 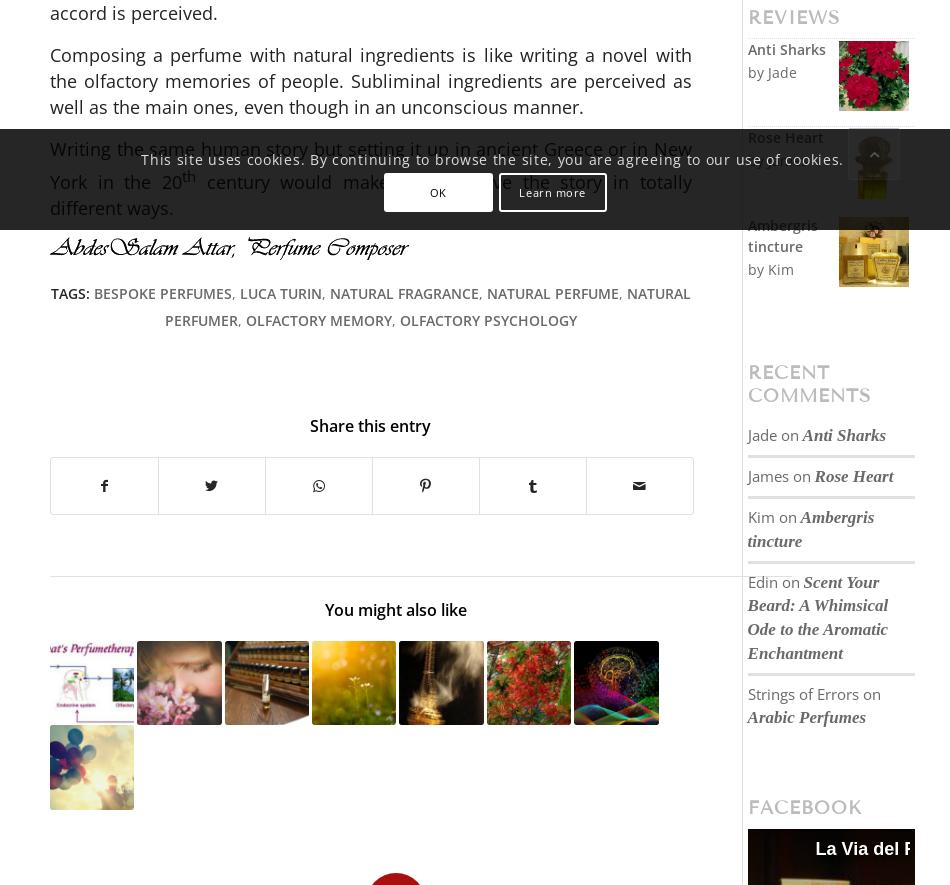 What do you see at coordinates (759, 516) in the screenshot?
I see `'Kim'` at bounding box center [759, 516].